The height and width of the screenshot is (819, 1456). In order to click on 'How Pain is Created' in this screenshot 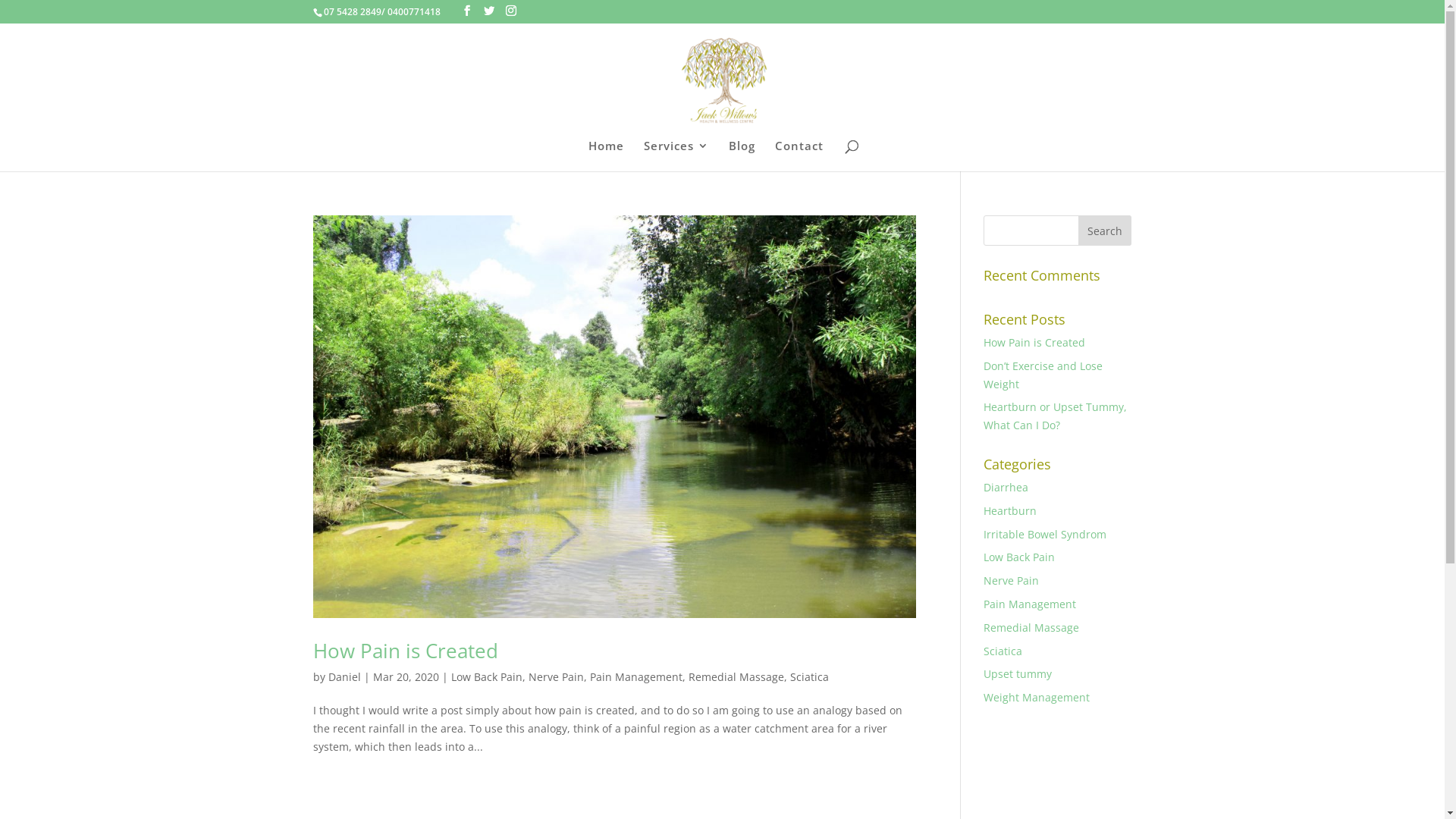, I will do `click(404, 649)`.